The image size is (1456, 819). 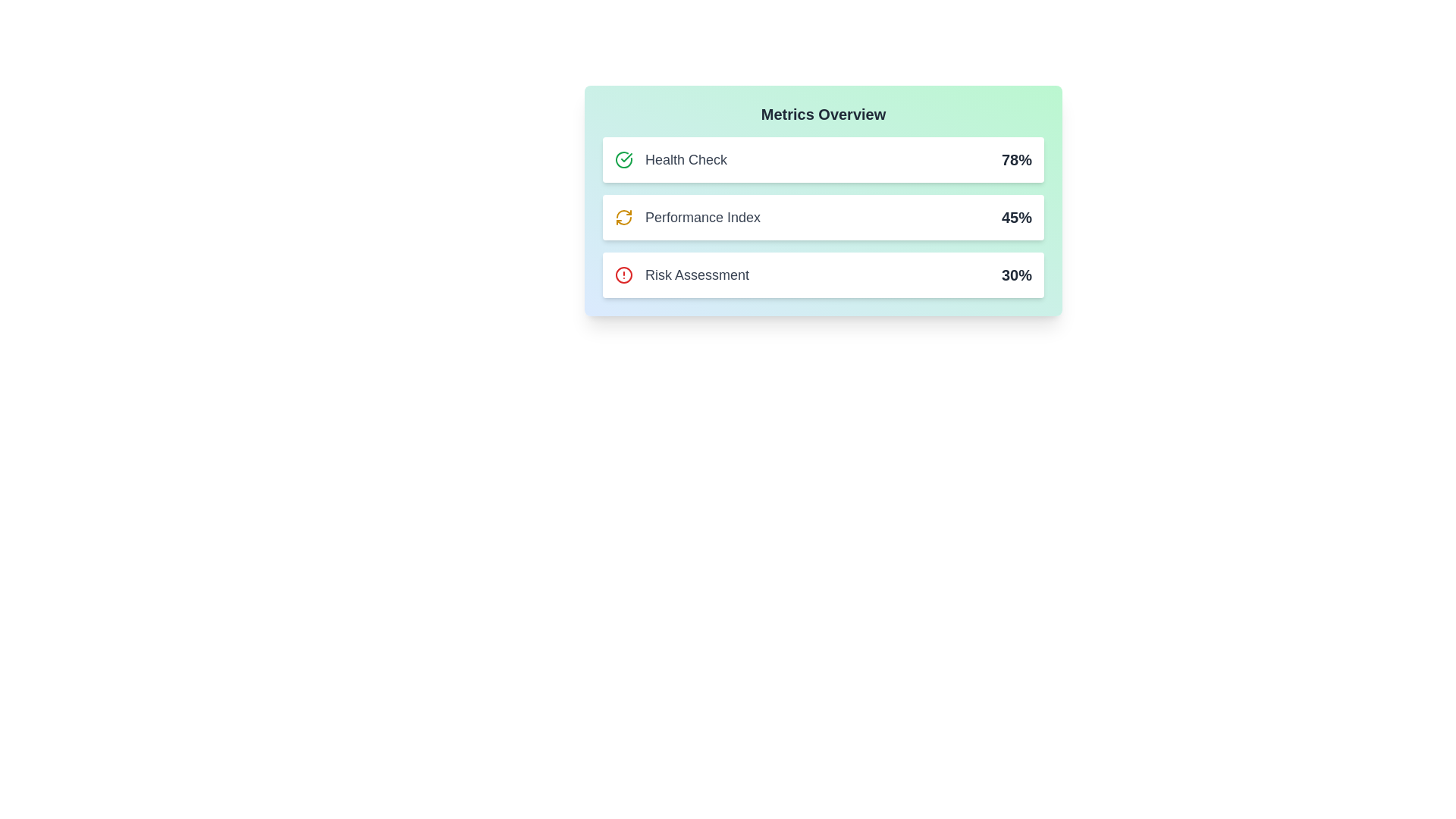 What do you see at coordinates (1016, 217) in the screenshot?
I see `the Text Display element that shows the numeric percentage representation of the Performance Index, located at the right end of its row within the performance card` at bounding box center [1016, 217].